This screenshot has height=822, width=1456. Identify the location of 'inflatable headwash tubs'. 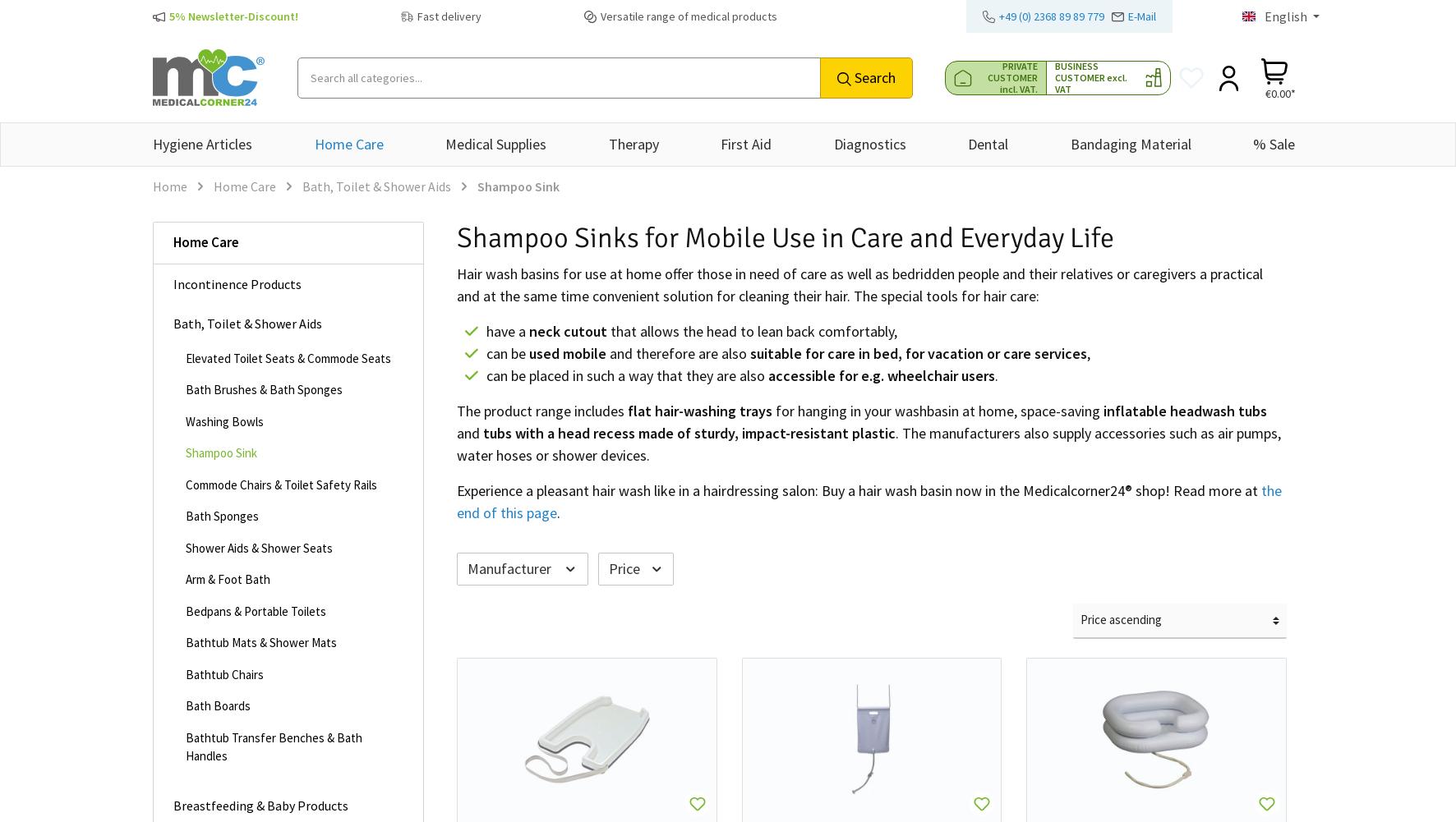
(1185, 411).